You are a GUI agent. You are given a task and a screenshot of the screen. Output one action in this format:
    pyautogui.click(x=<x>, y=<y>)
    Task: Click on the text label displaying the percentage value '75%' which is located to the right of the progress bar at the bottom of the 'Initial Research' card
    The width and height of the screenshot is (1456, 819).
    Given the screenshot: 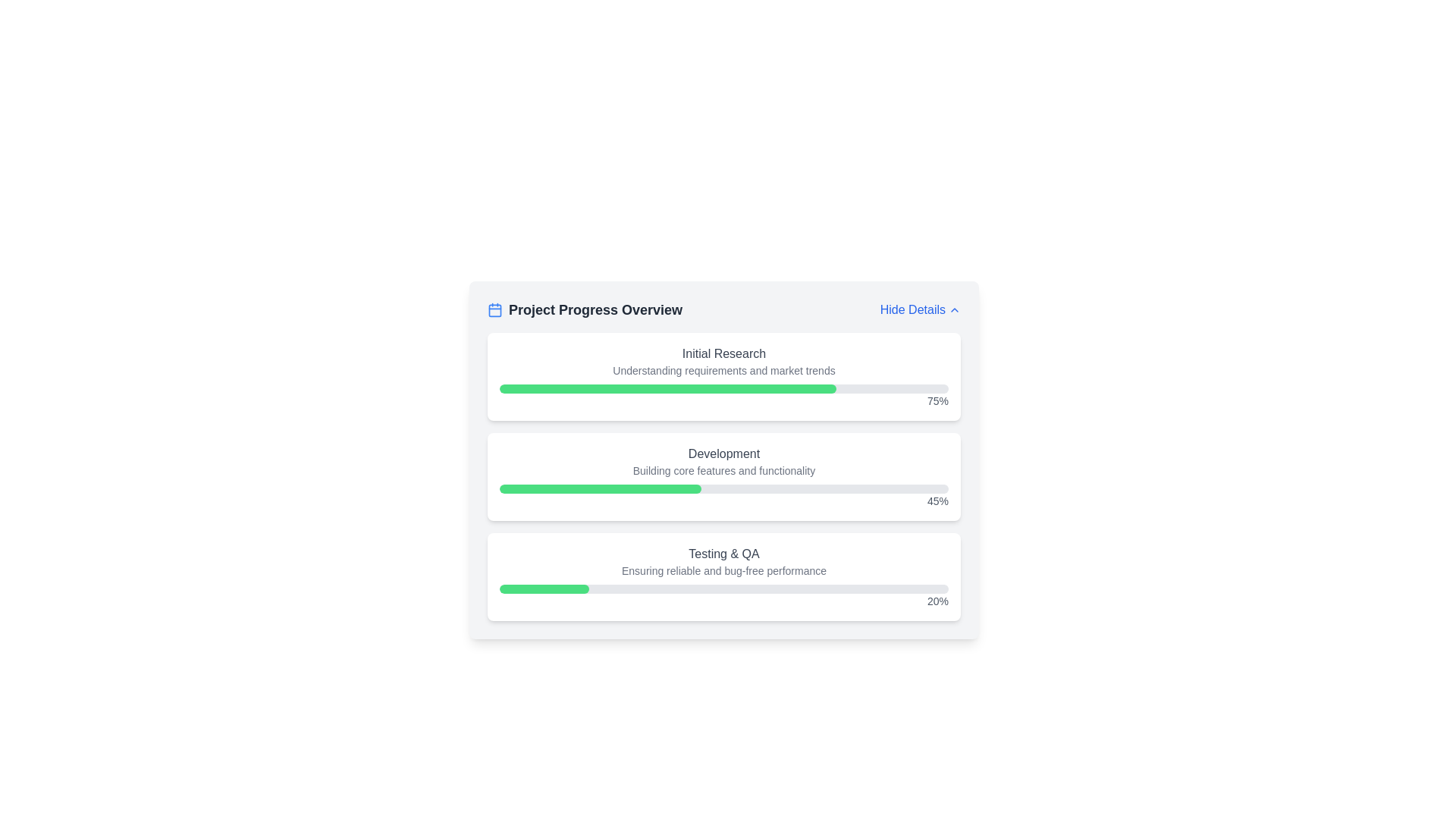 What is the action you would take?
    pyautogui.click(x=723, y=400)
    